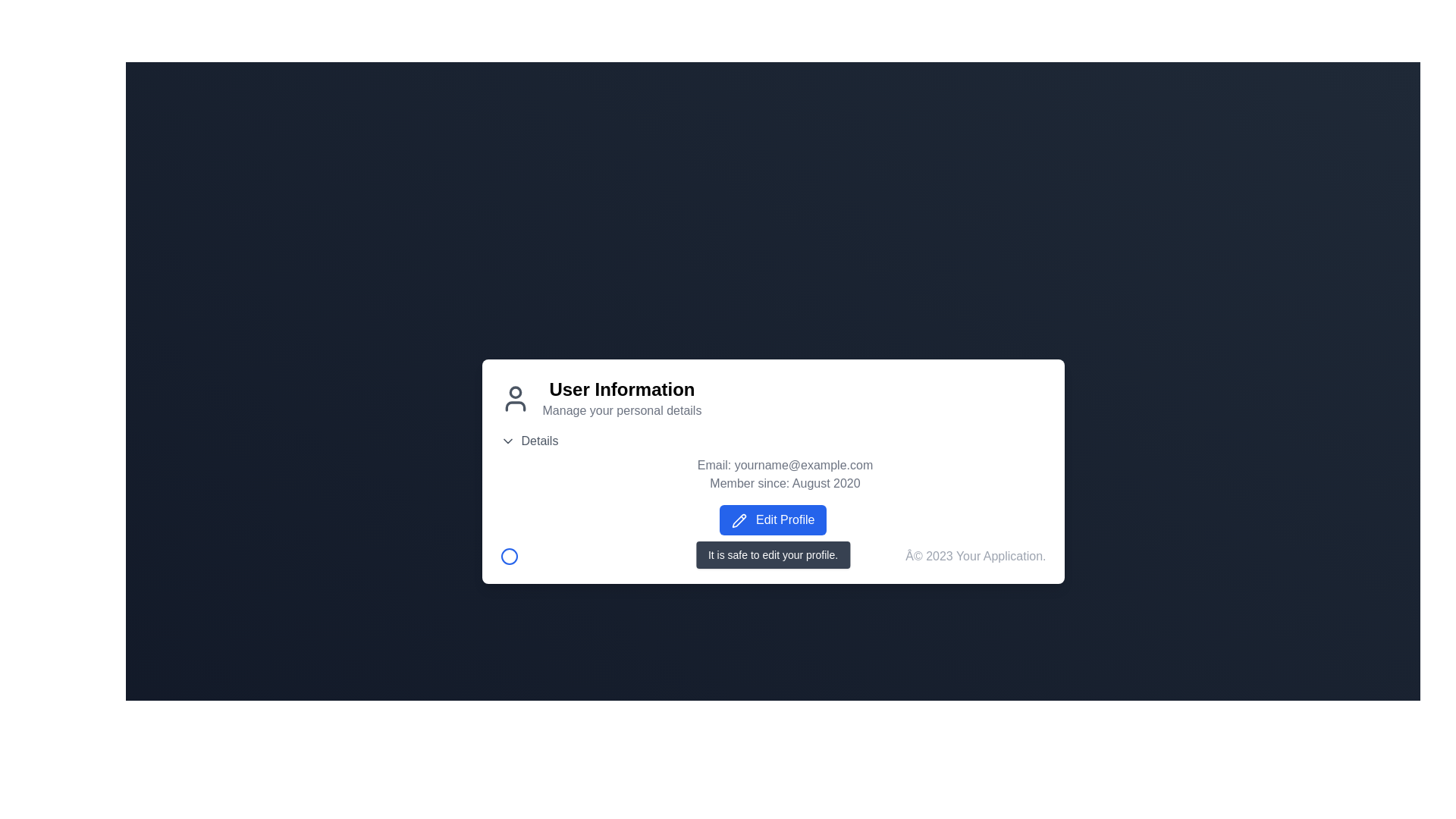 Image resolution: width=1456 pixels, height=819 pixels. What do you see at coordinates (773, 461) in the screenshot?
I see `the static text display containing the email address and membership date, located under the 'Details' header in the 'User Information' interface` at bounding box center [773, 461].